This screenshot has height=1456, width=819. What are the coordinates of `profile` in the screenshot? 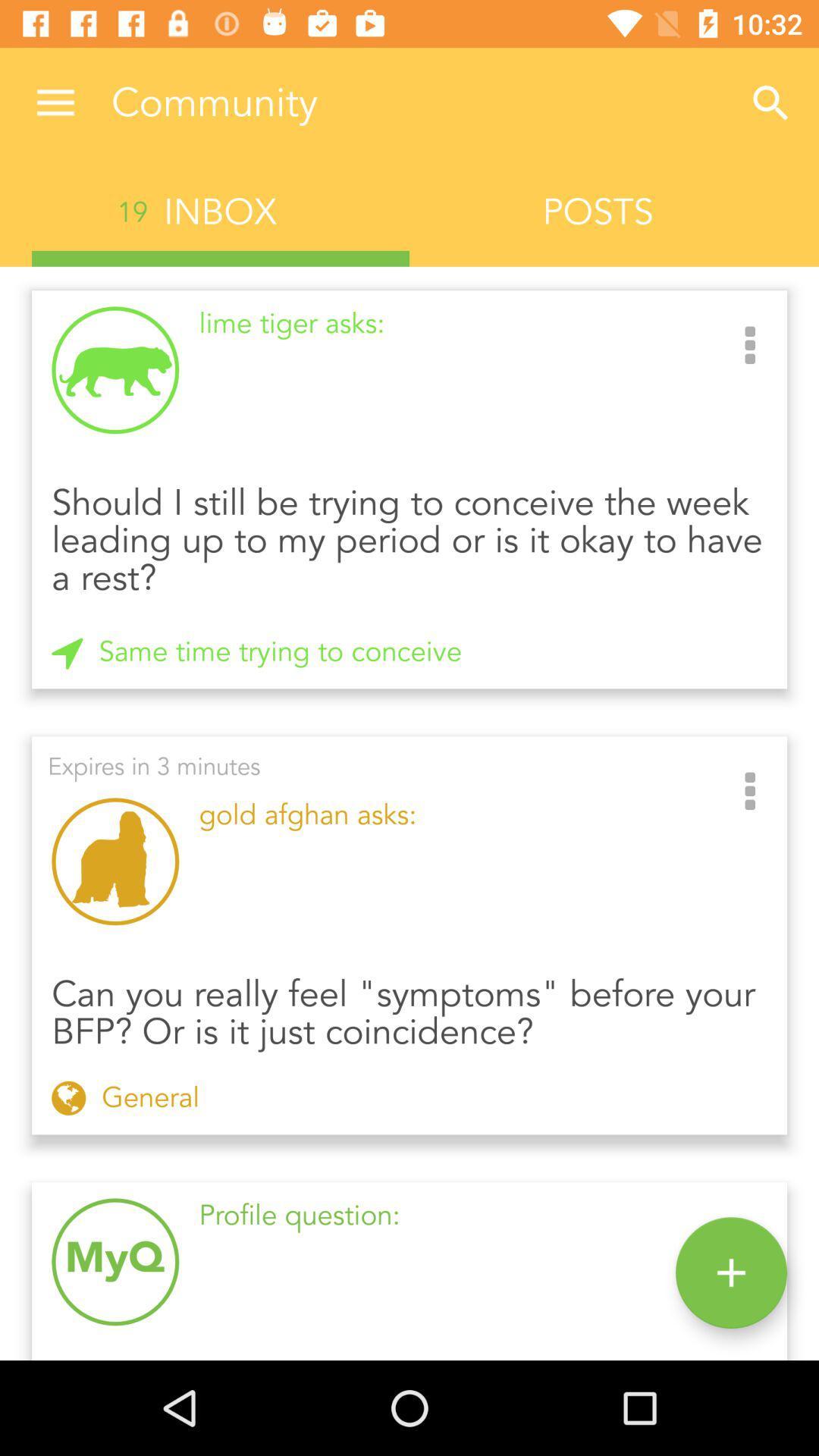 It's located at (730, 1272).